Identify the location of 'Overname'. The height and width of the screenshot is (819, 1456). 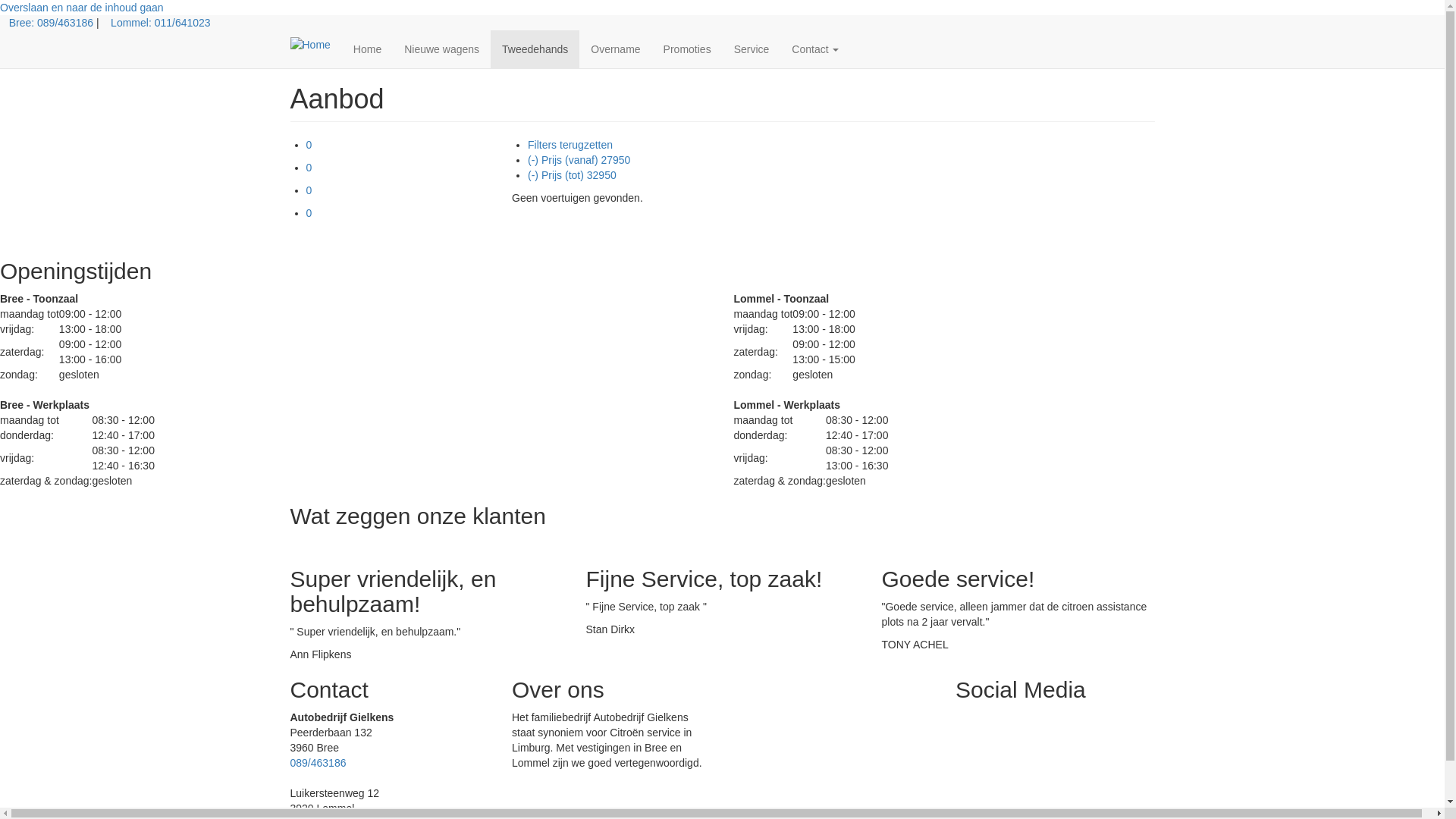
(615, 49).